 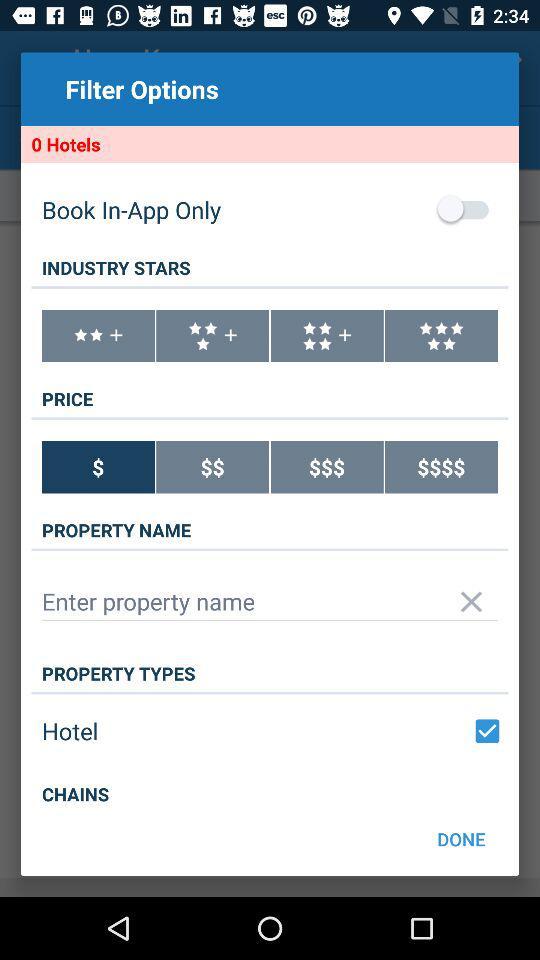 What do you see at coordinates (97, 336) in the screenshot?
I see `note option` at bounding box center [97, 336].